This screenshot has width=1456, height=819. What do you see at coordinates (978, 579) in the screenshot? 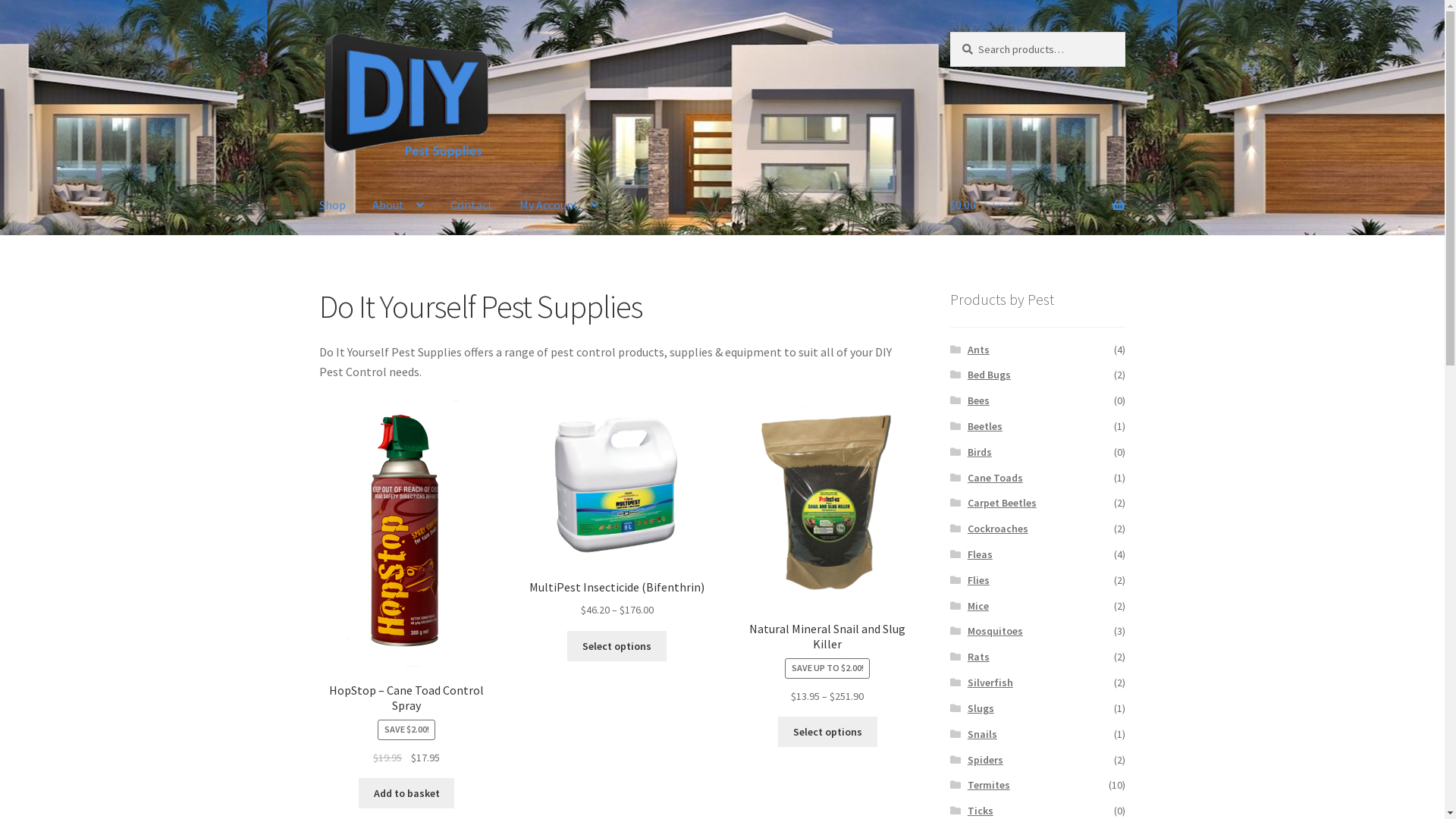
I see `'Flies'` at bounding box center [978, 579].